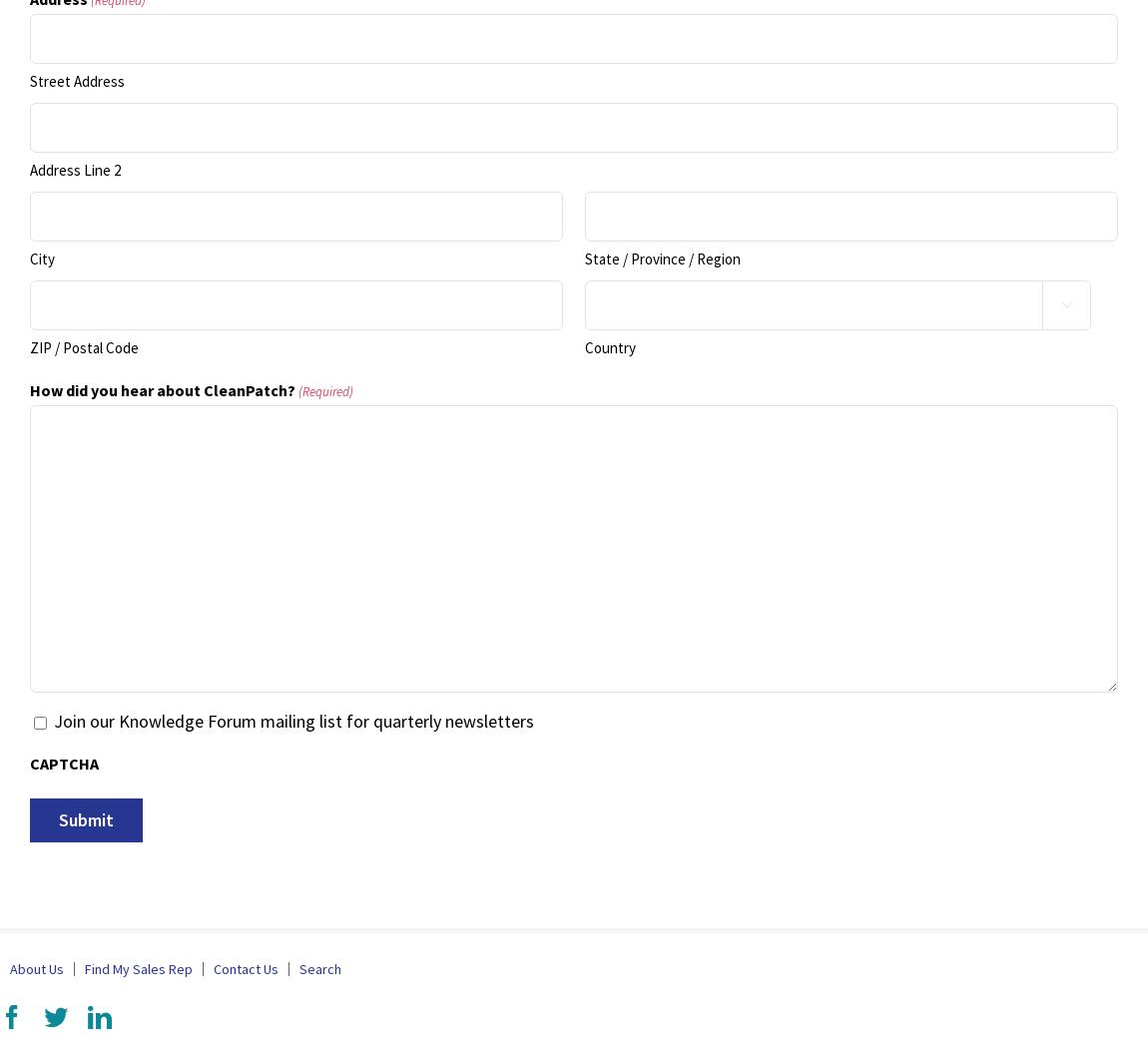 This screenshot has width=1148, height=1049. What do you see at coordinates (660, 259) in the screenshot?
I see `'State / Province / Region'` at bounding box center [660, 259].